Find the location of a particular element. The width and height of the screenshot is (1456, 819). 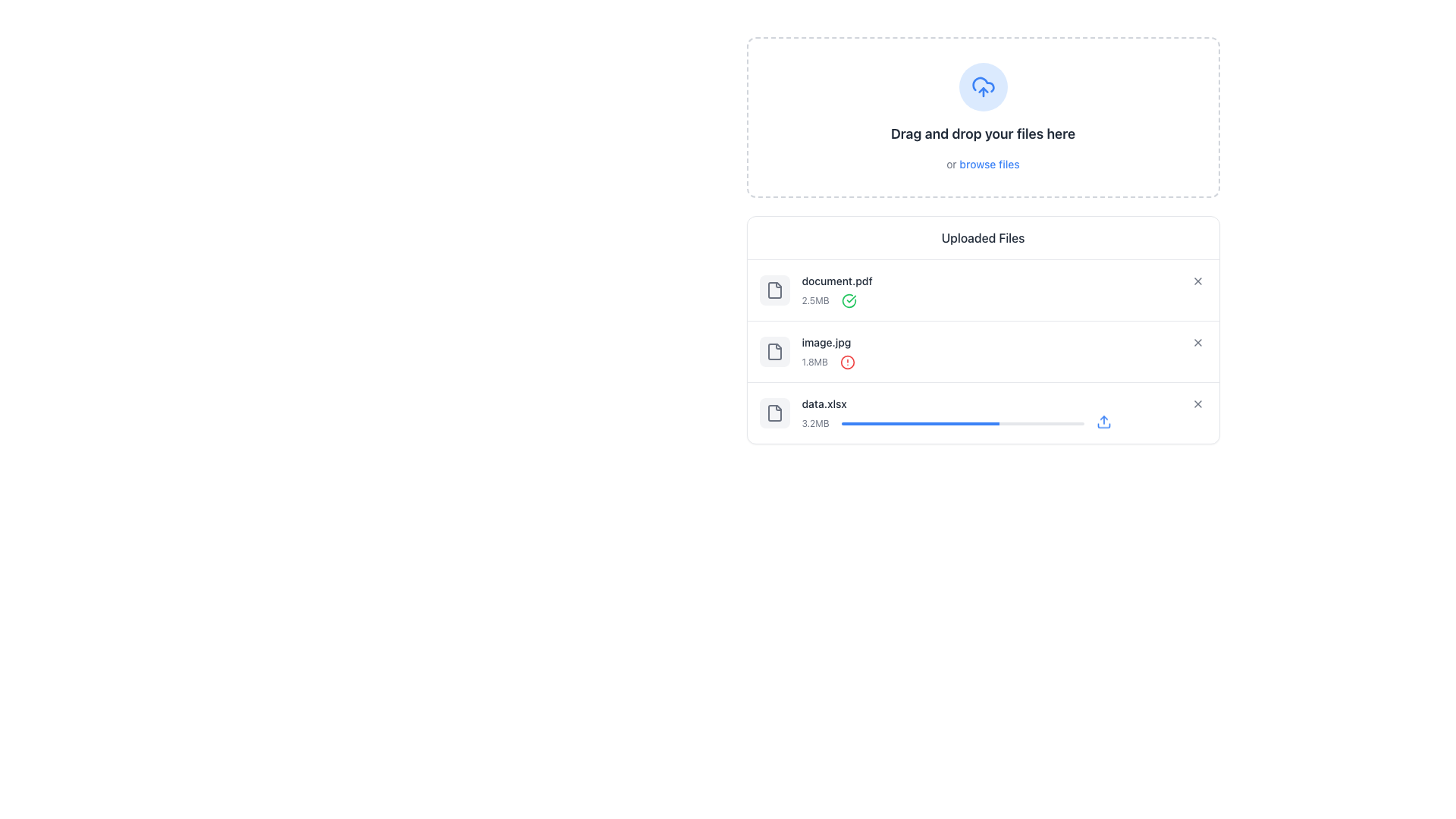

the progress bar of the uploaded file item labeled 'data.xlsx' to interact with it is located at coordinates (1004, 413).